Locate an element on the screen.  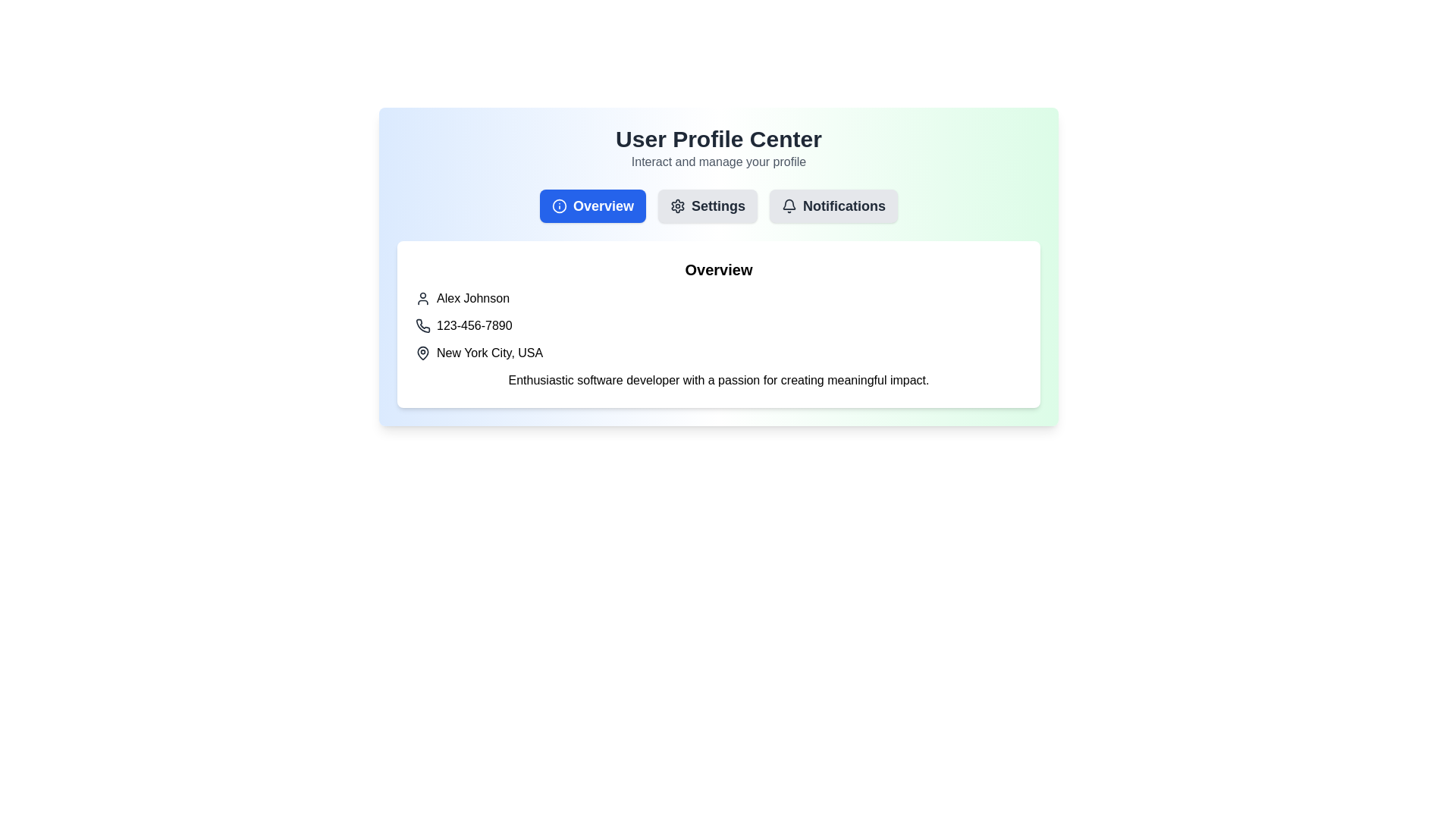
the 'Notifications' icon located in the header menu to interact with the associated tooltip is located at coordinates (789, 206).